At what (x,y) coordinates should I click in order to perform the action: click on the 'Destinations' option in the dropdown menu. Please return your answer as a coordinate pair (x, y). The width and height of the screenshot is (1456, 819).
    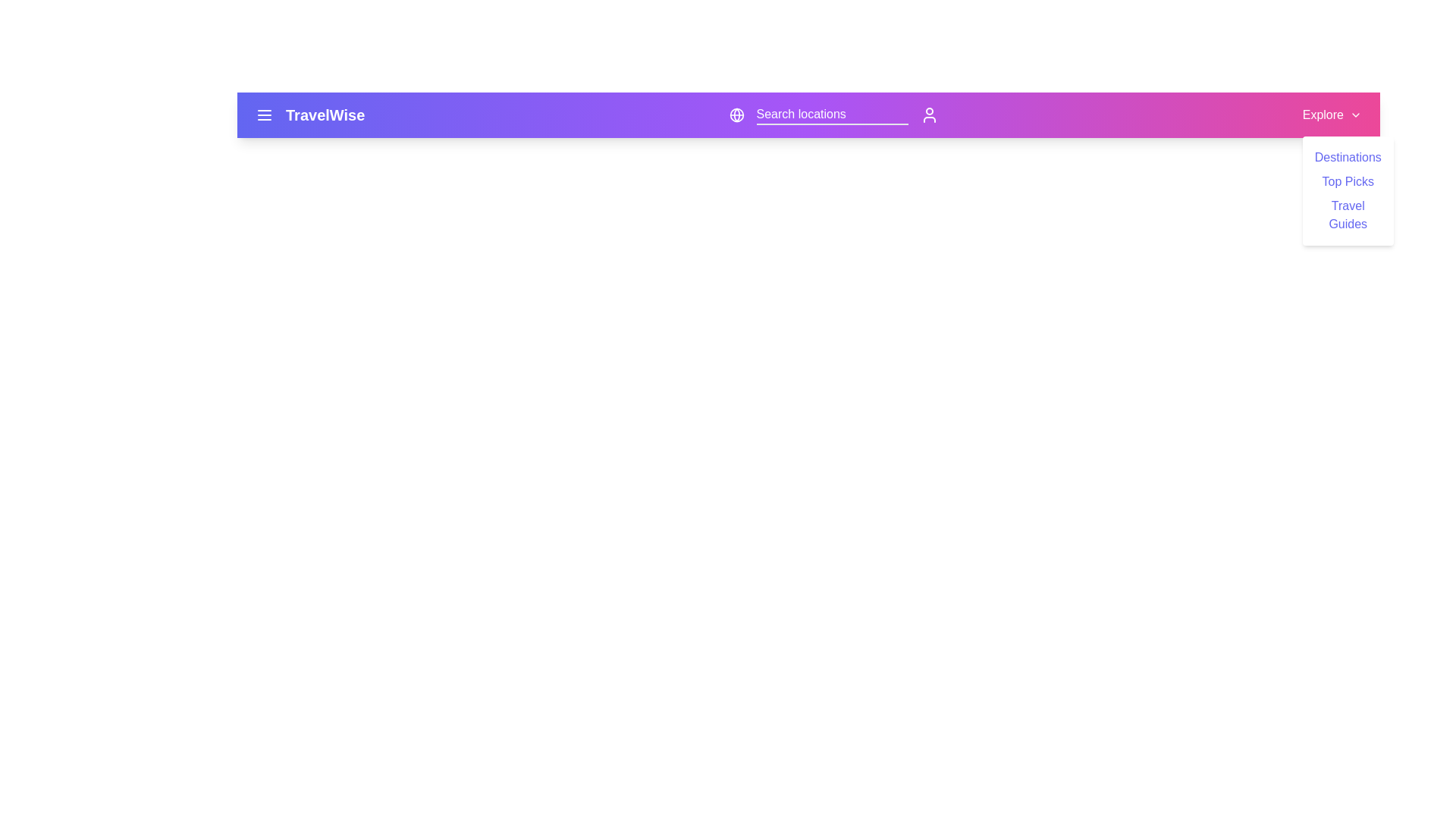
    Looking at the image, I should click on (1348, 158).